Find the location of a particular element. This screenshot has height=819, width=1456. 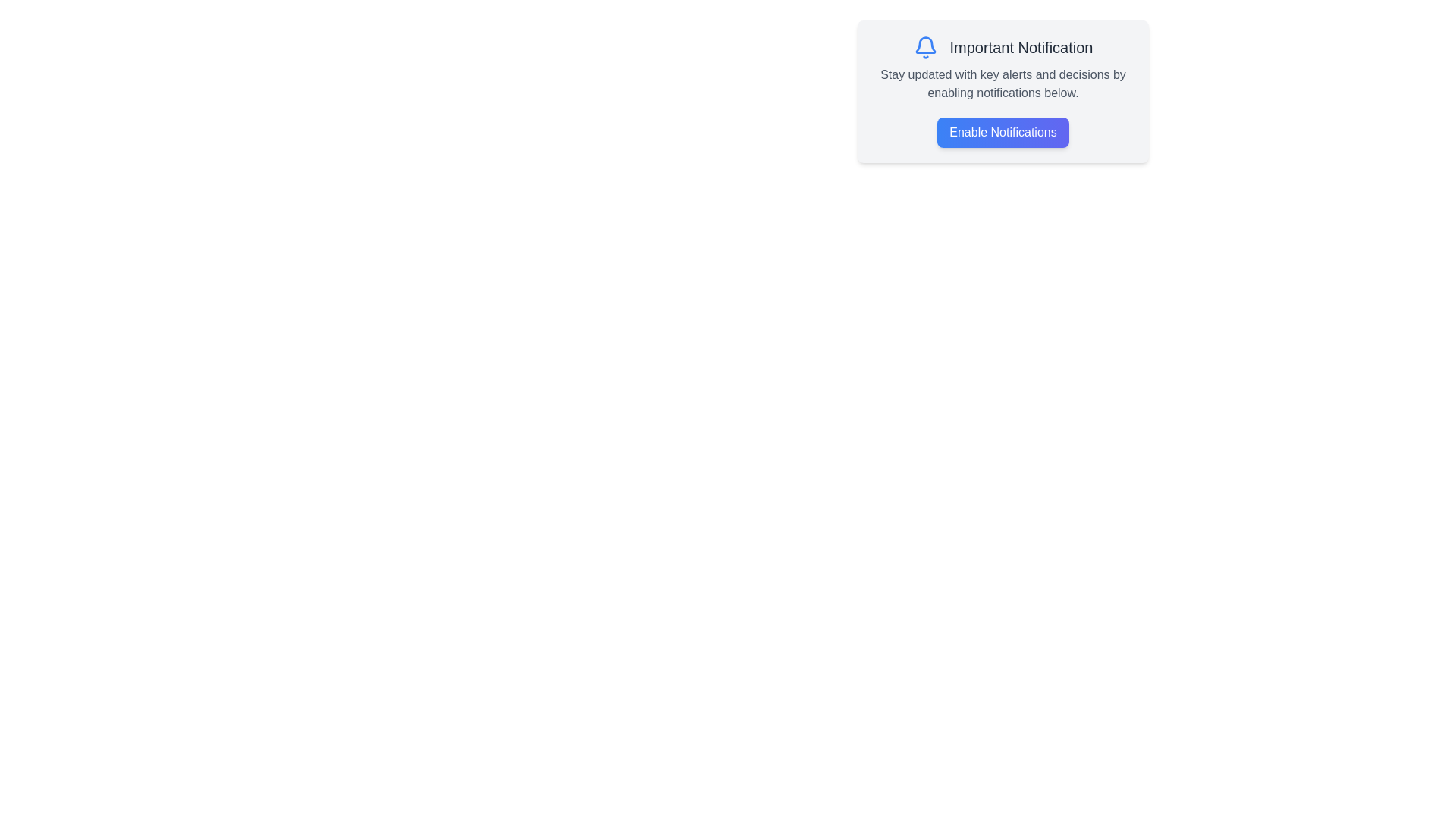

the blue bell icon outlined in a circular shape located to the left of the text 'Important Notification' is located at coordinates (924, 46).